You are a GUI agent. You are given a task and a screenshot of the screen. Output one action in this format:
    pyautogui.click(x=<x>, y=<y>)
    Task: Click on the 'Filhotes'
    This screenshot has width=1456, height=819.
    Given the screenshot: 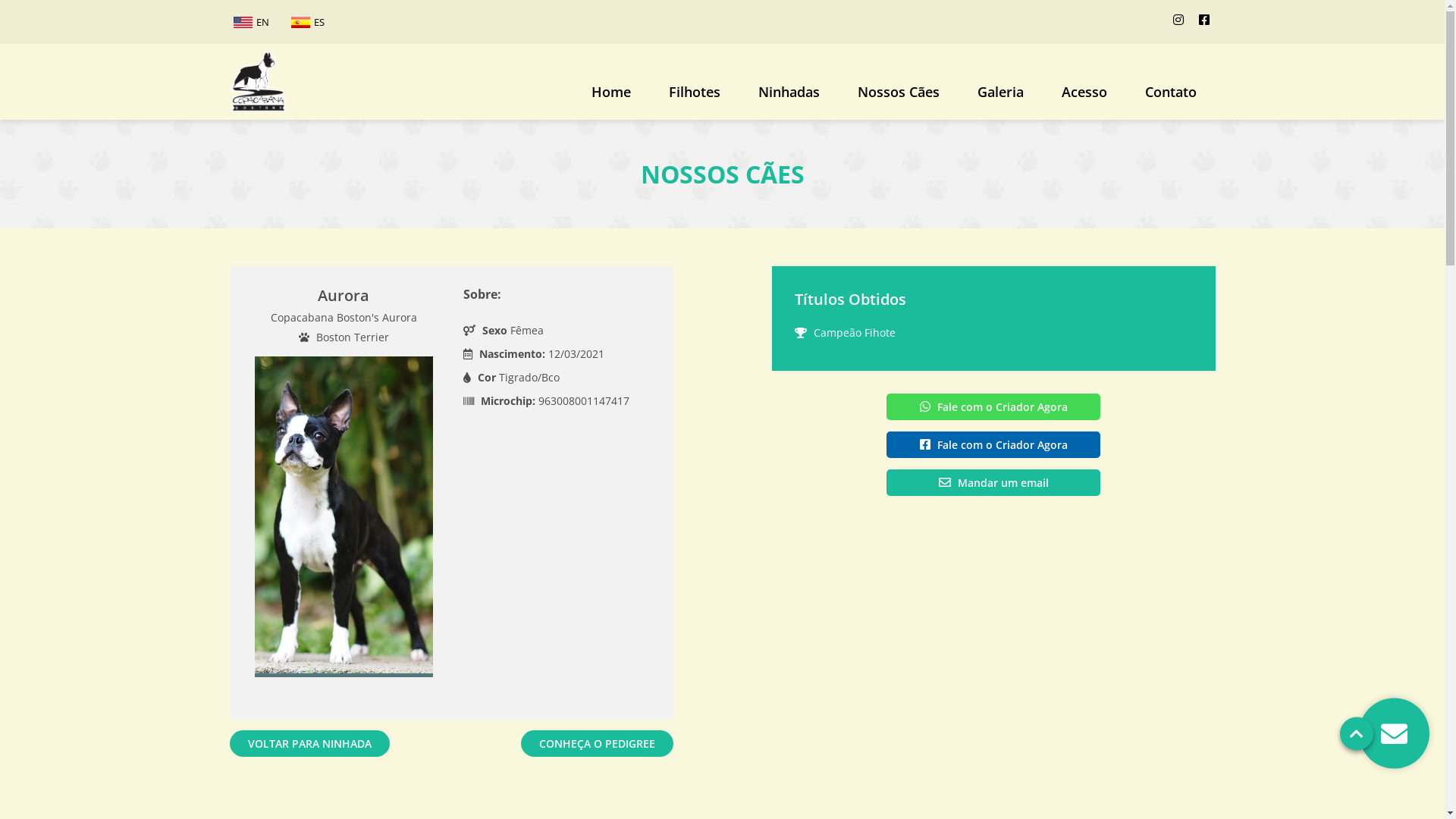 What is the action you would take?
    pyautogui.click(x=693, y=97)
    